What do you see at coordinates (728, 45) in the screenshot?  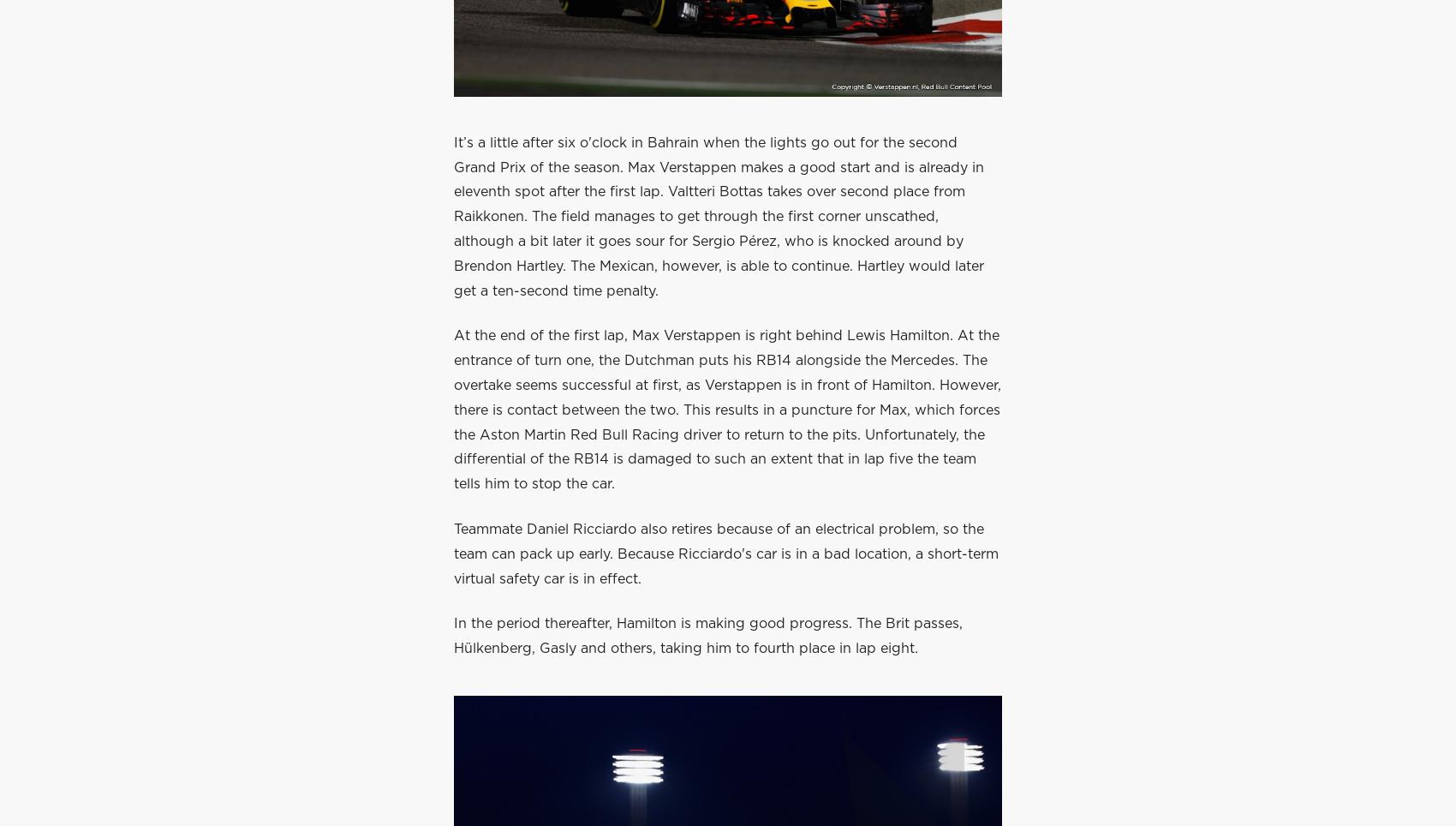 I see `'Contest'` at bounding box center [728, 45].